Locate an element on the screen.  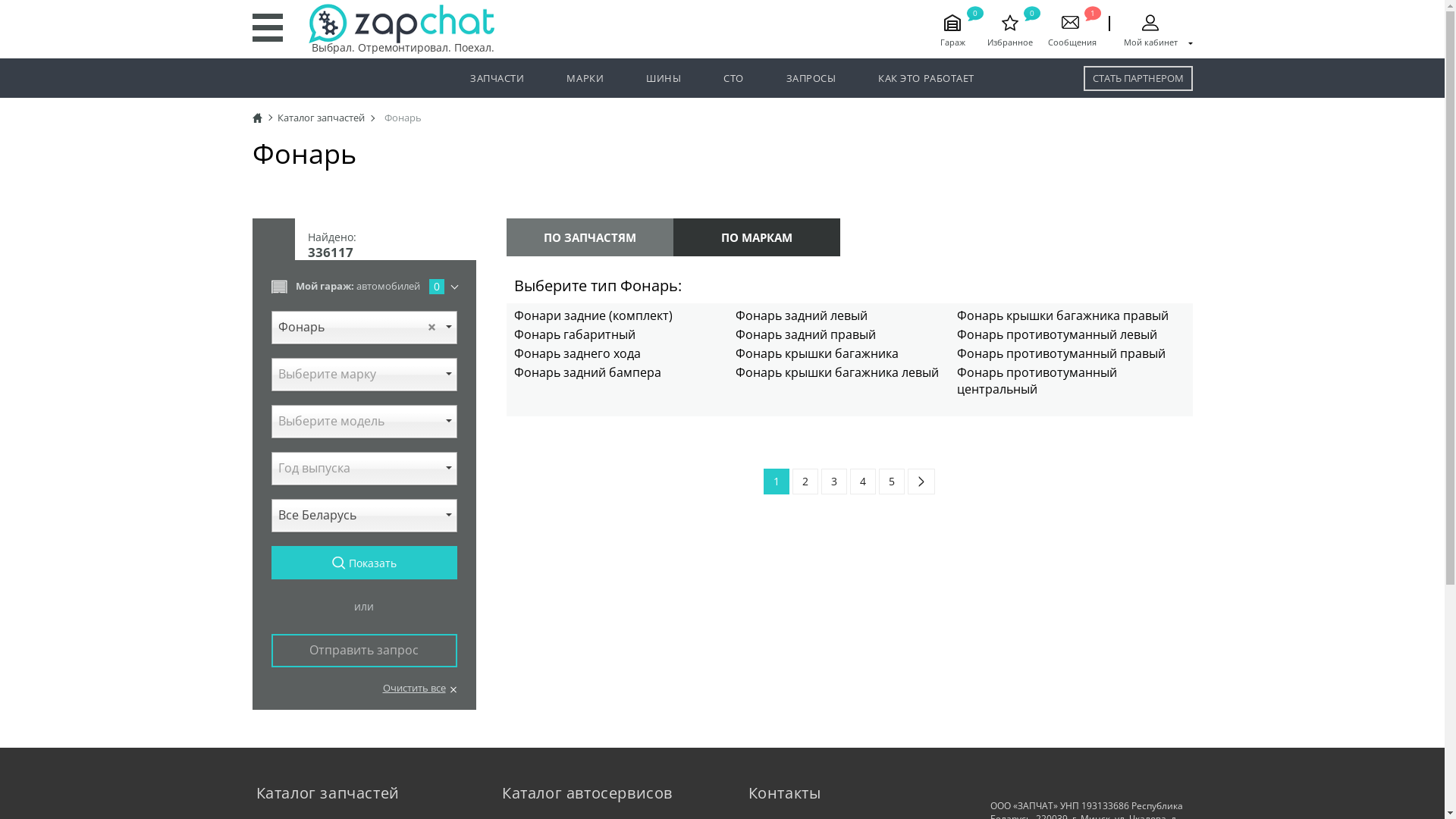
'5' is located at coordinates (892, 482).